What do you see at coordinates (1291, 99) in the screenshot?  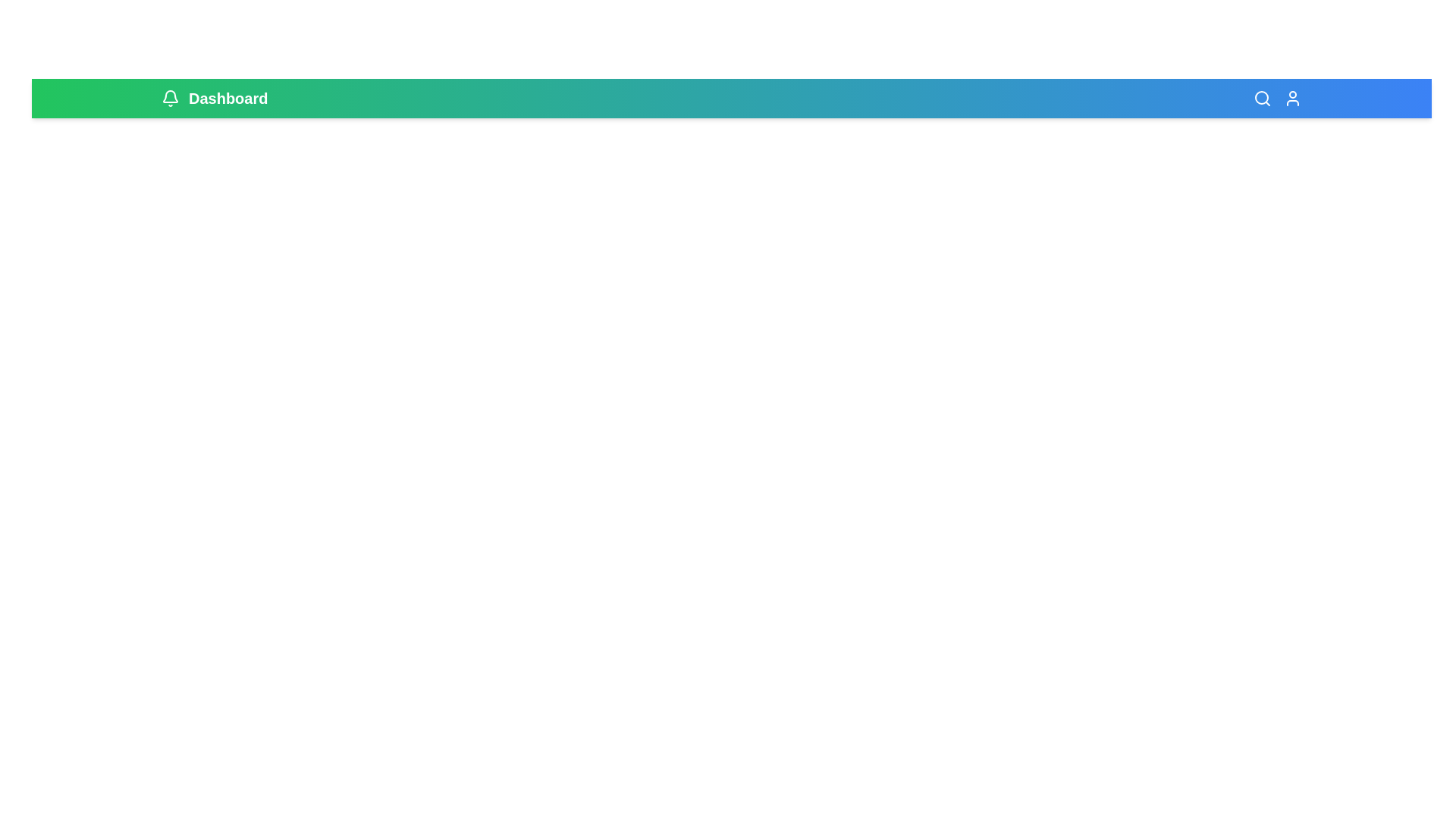 I see `the user icon to access user-related actions` at bounding box center [1291, 99].